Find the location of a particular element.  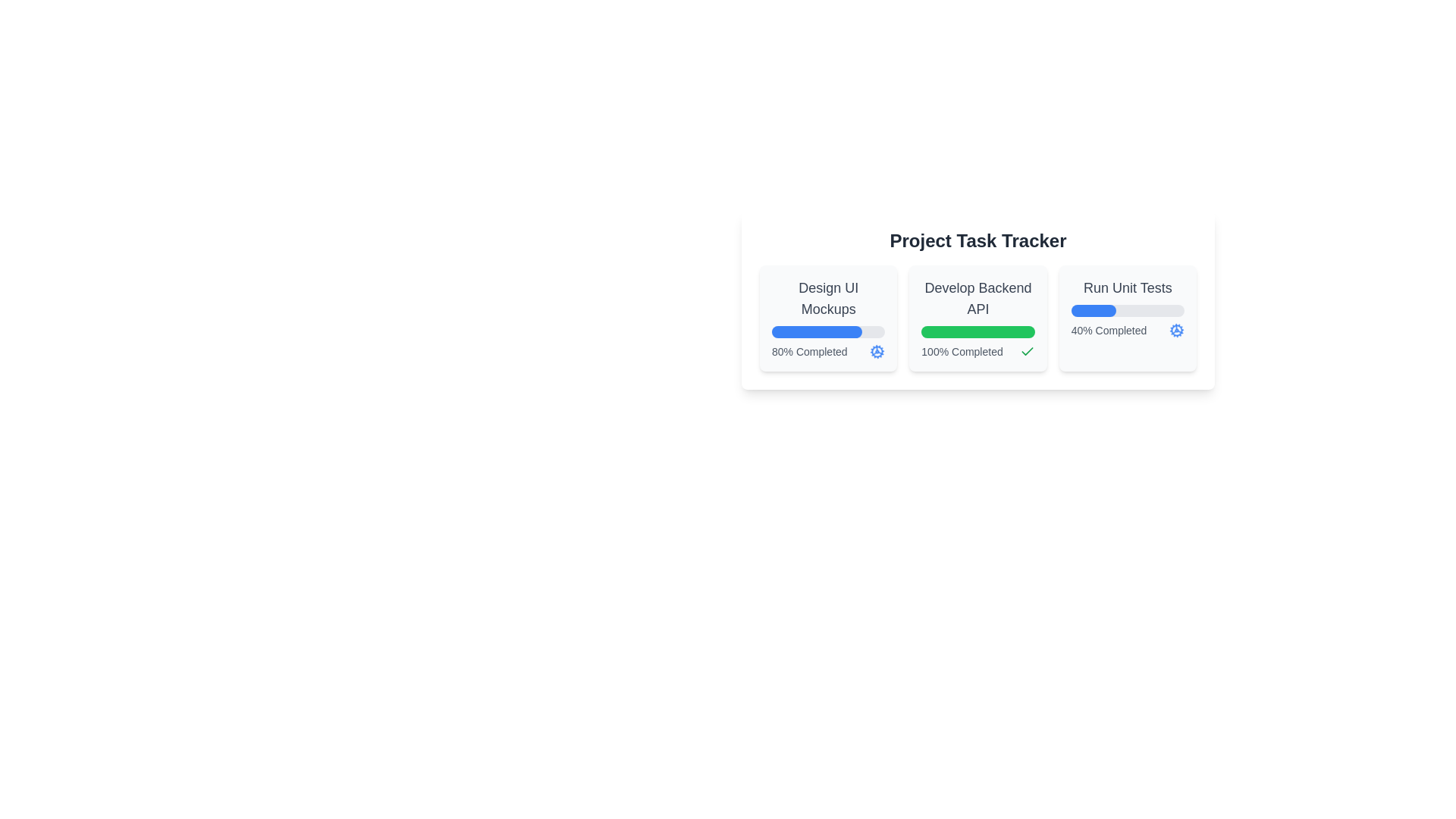

the loading spinner icon indicating the ongoing process of the 'Design UI Mockups' task, located in the '80% Completed' section adjacent to the '80% Completed' text is located at coordinates (877, 351).